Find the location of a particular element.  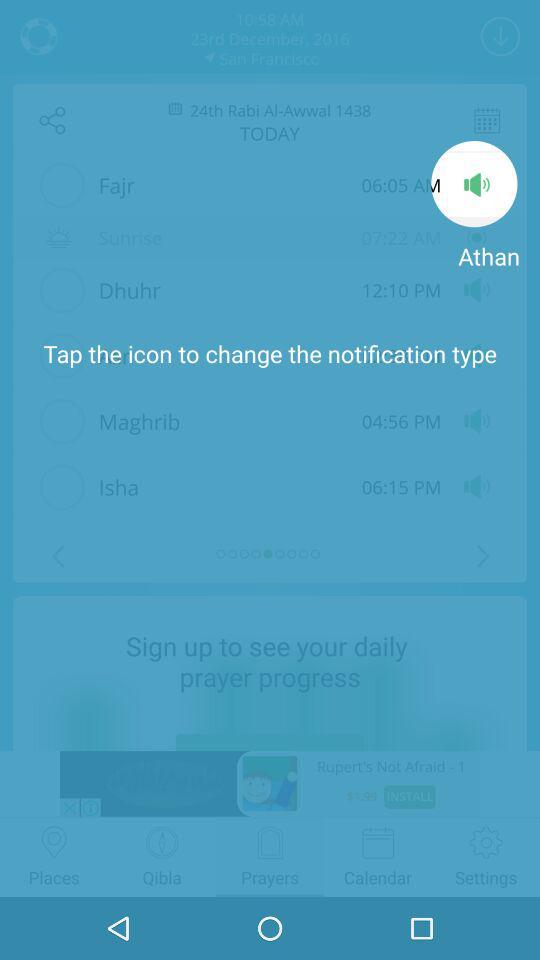

the expand_more icon is located at coordinates (499, 35).